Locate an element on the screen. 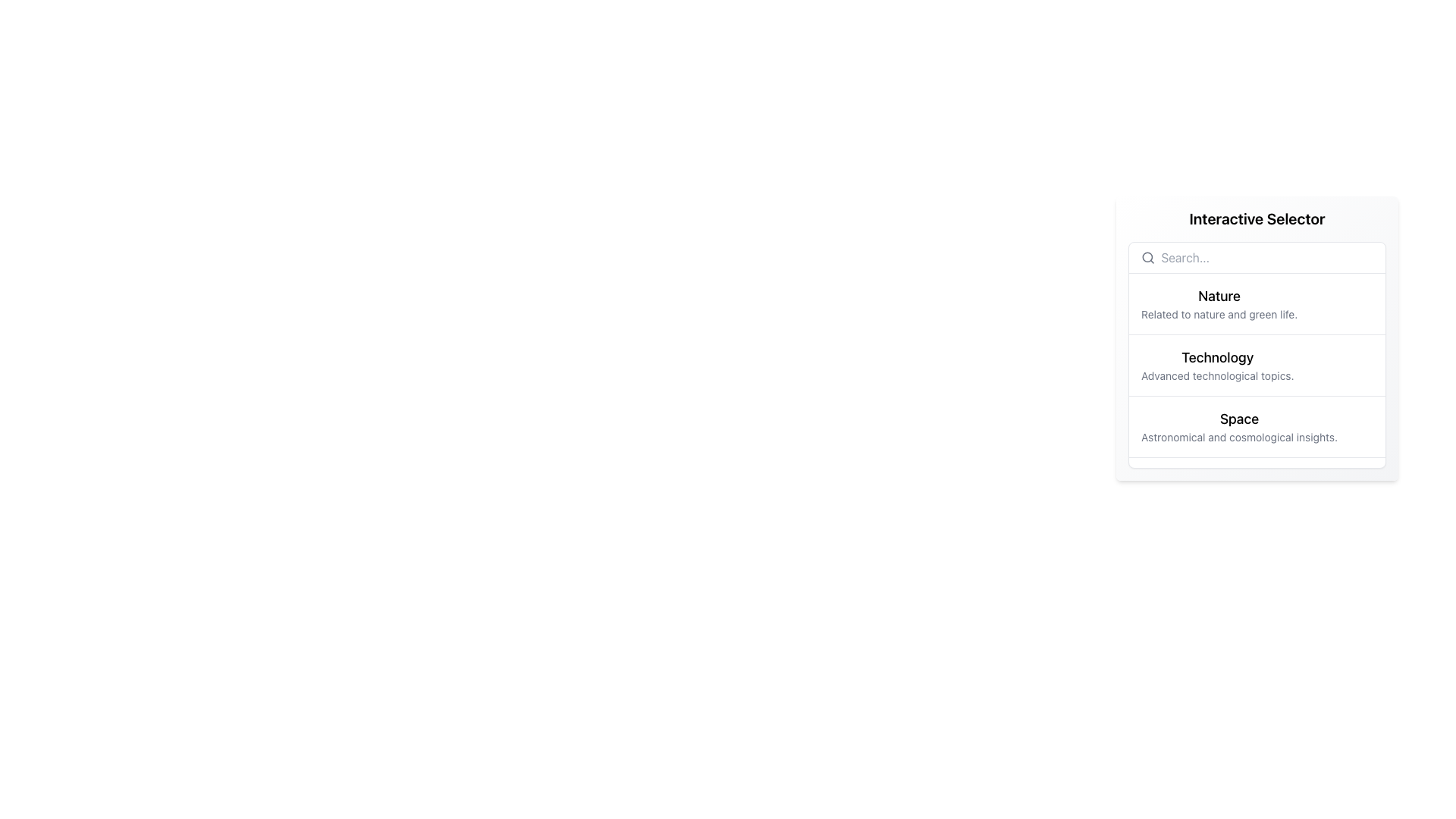  the text element displaying the word 'Technology' which is styled with a bold and larger font is located at coordinates (1217, 357).